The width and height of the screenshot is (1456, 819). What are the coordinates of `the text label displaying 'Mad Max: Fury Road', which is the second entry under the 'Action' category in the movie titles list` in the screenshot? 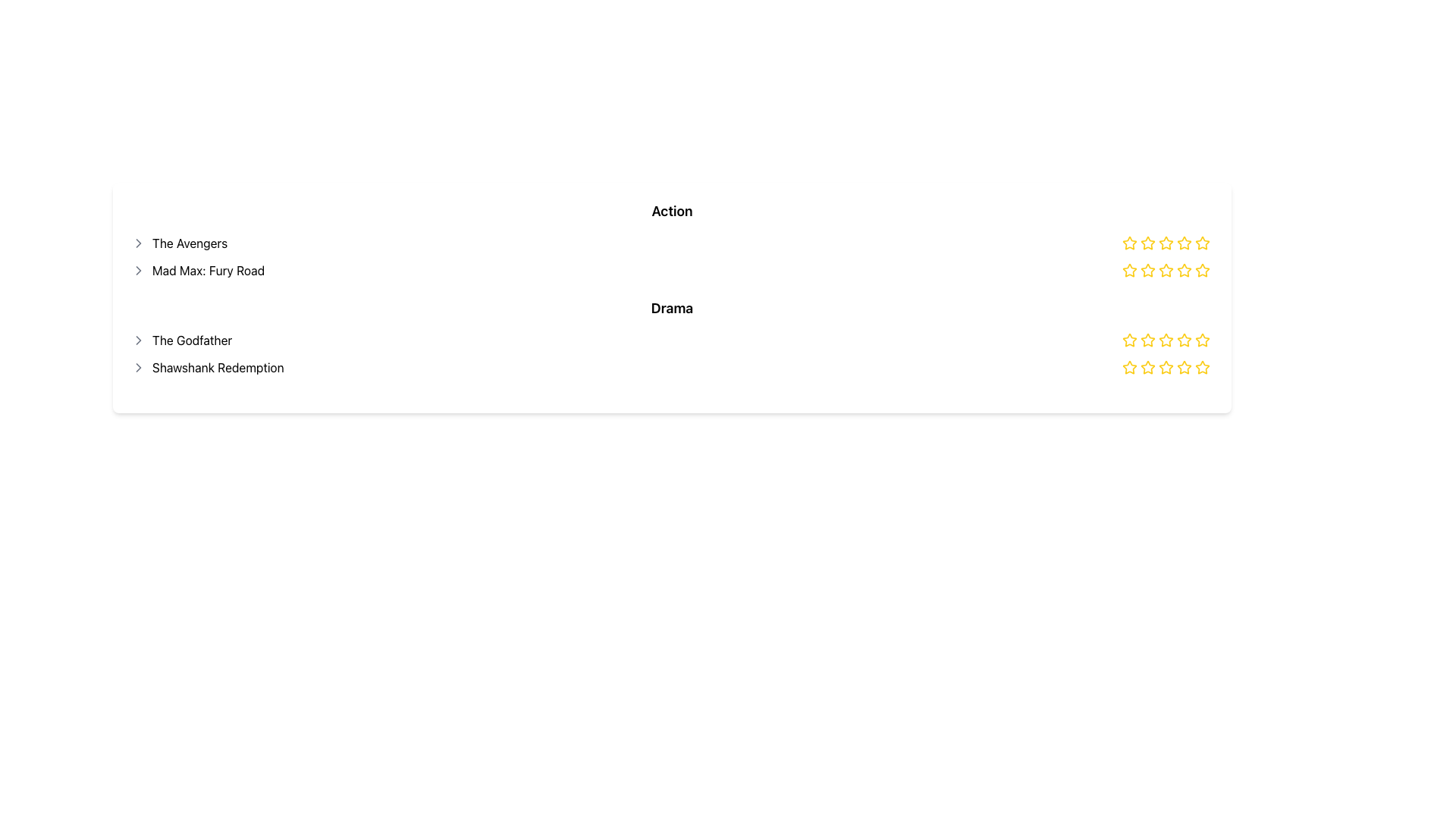 It's located at (208, 270).